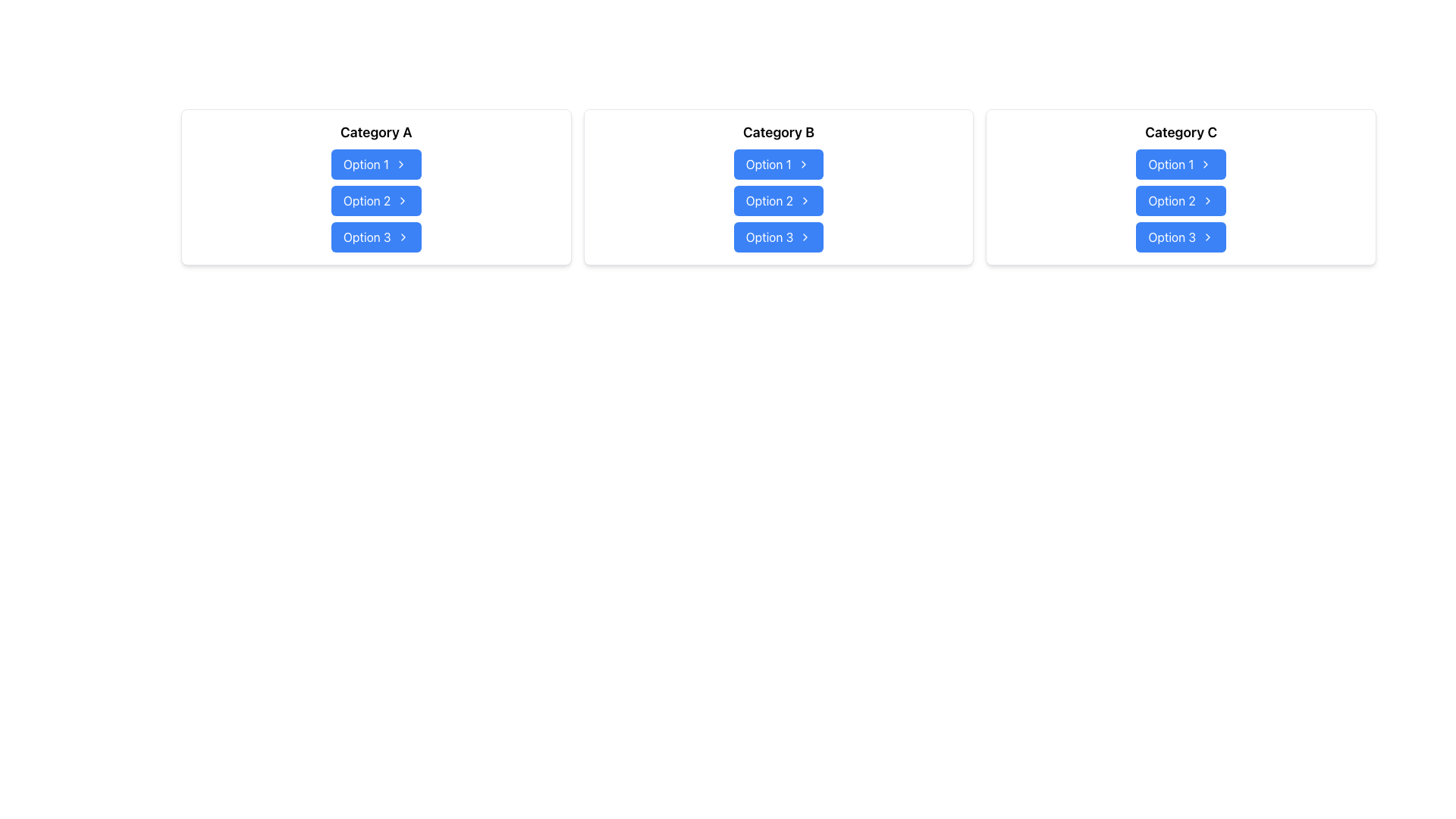 The image size is (1456, 819). What do you see at coordinates (403, 237) in the screenshot?
I see `the Chevron icon located to the right of the 'Option 3' button in the 'Category A' panel` at bounding box center [403, 237].